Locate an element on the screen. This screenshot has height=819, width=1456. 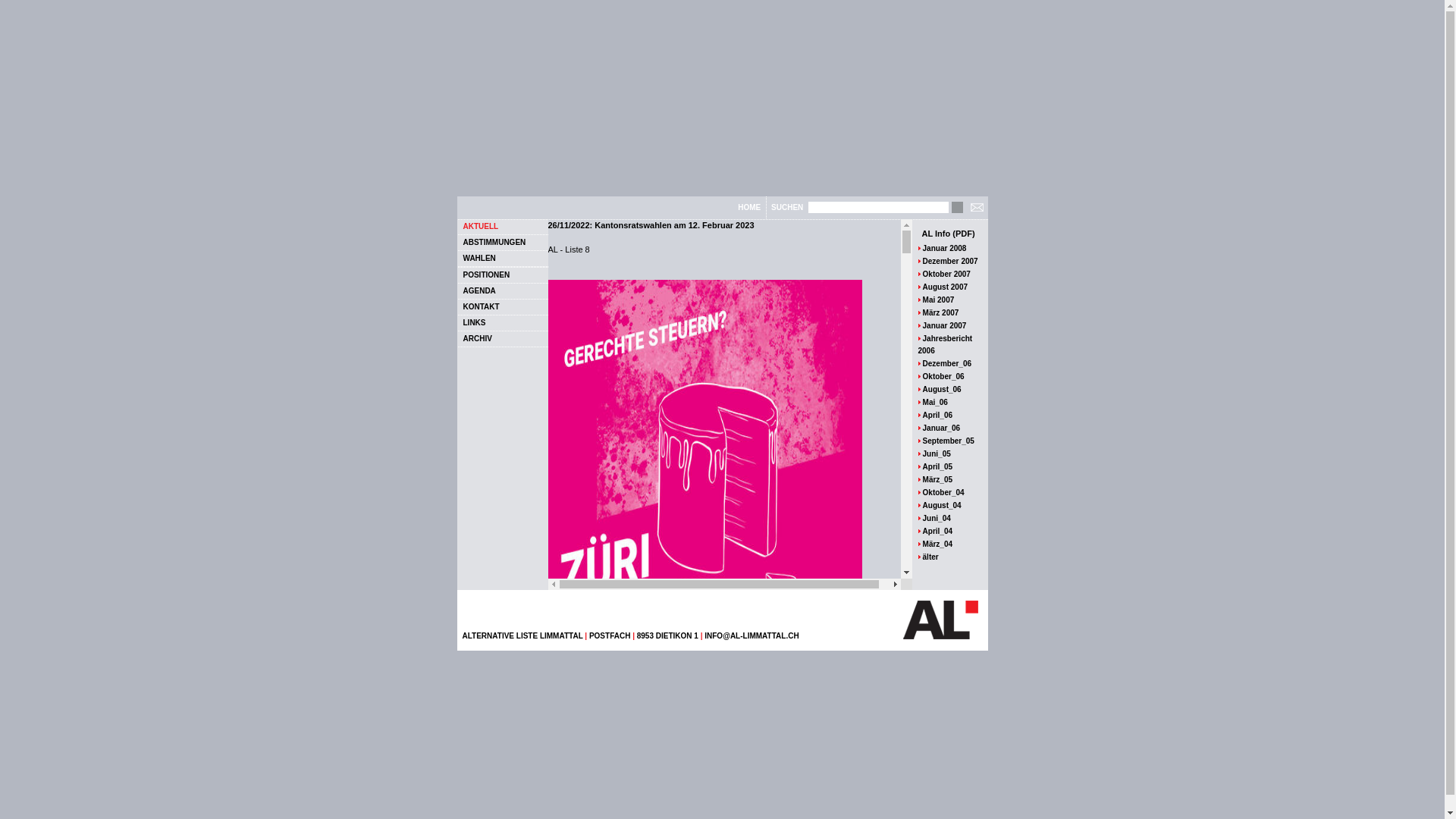
'HOME' is located at coordinates (749, 207).